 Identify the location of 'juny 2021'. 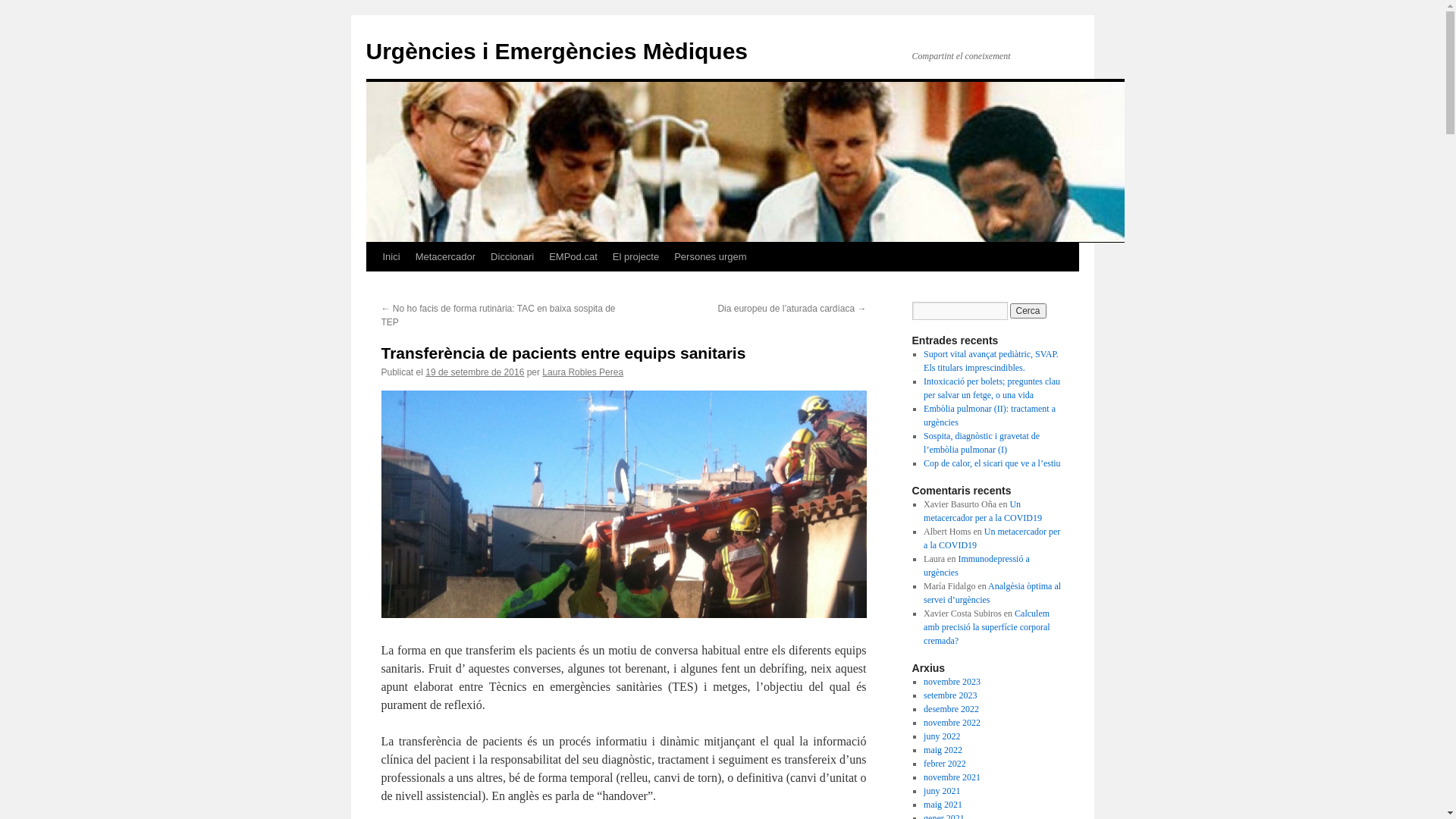
(941, 789).